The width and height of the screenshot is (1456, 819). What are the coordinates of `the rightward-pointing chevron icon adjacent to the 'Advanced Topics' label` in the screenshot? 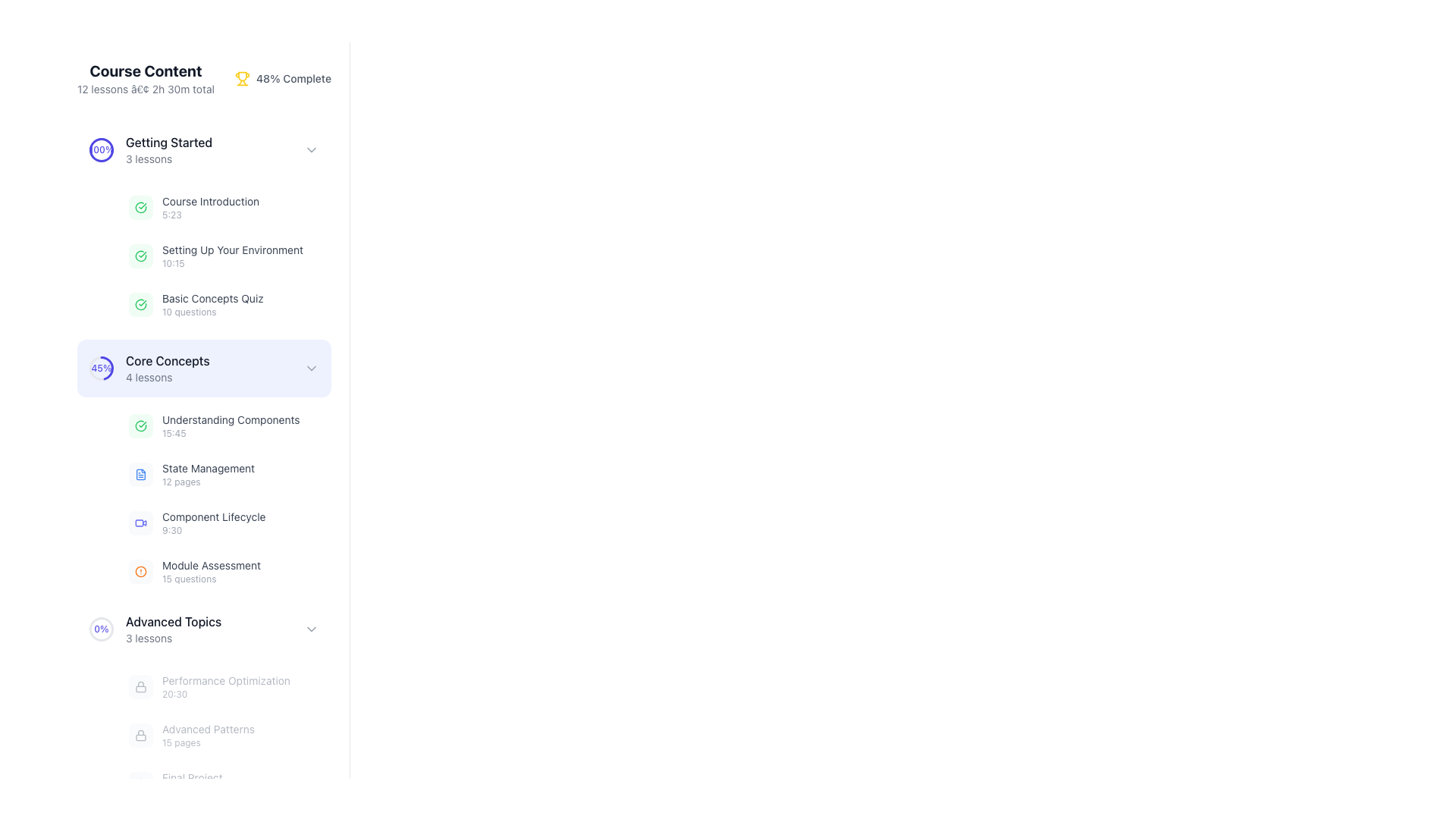 It's located at (311, 629).